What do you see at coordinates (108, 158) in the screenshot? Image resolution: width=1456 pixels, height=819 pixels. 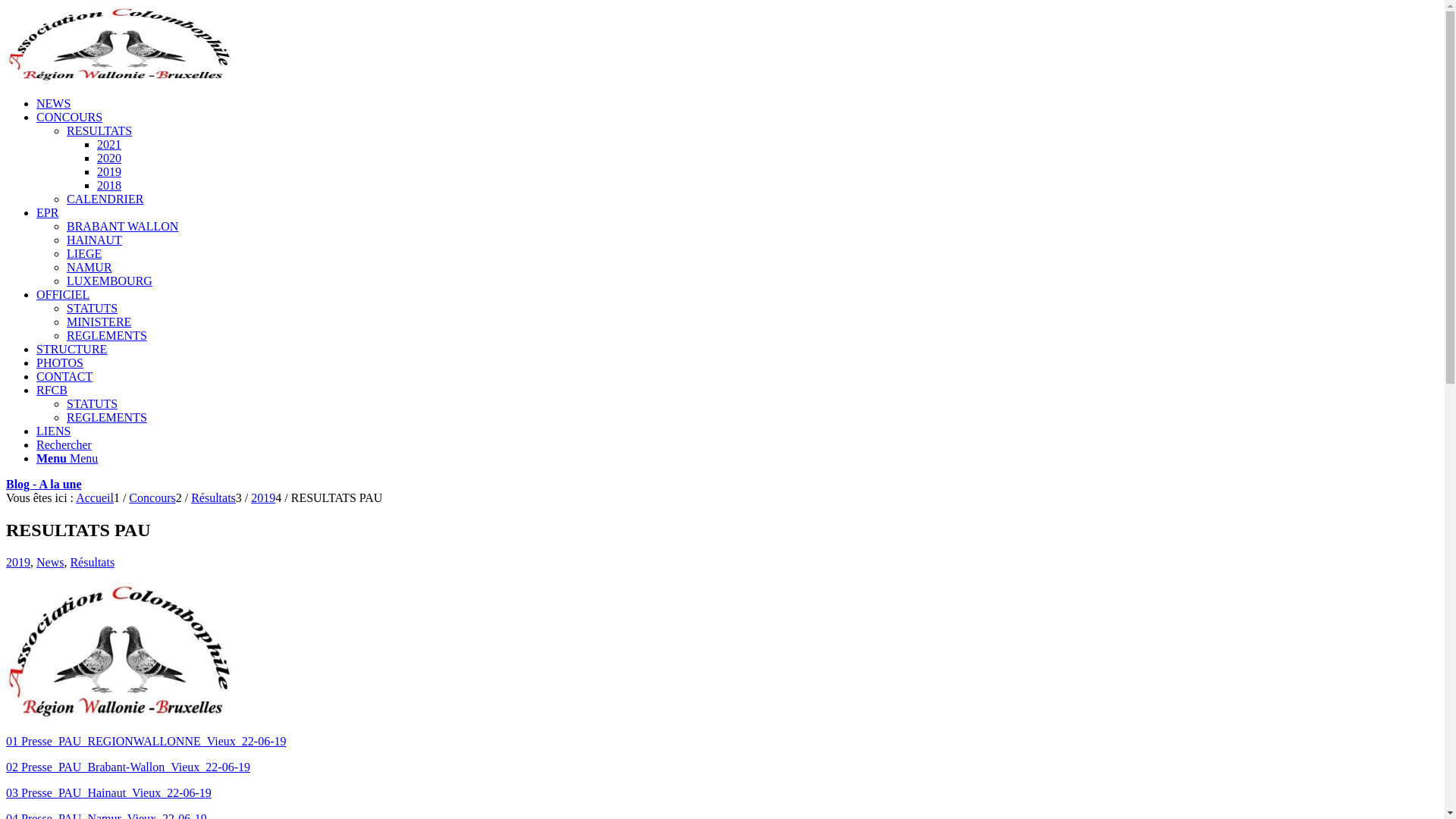 I see `'2020'` at bounding box center [108, 158].